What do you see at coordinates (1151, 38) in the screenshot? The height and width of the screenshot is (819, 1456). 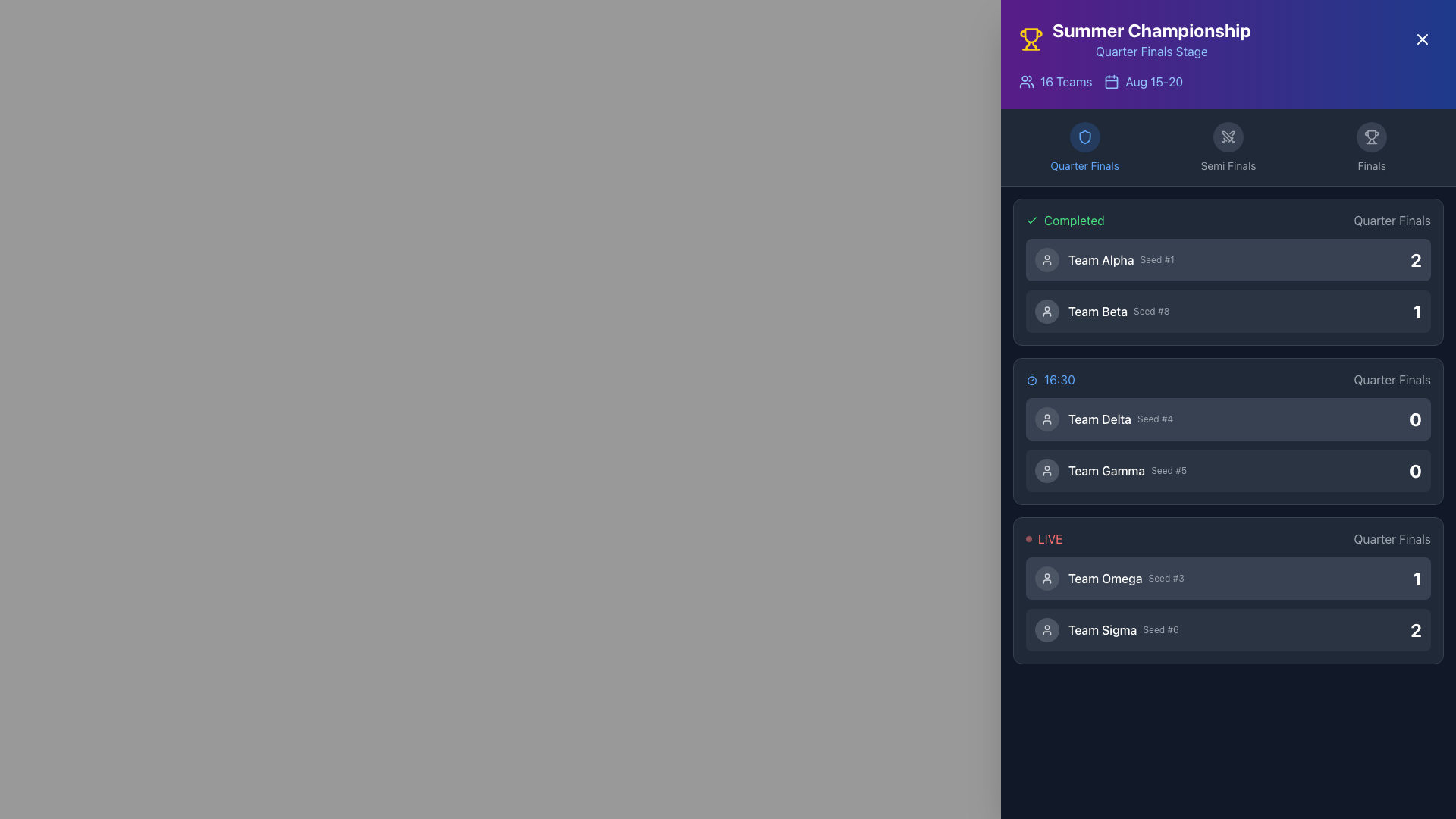 I see `text from the 'Summer Championship' label, which displays 'Summer Championship' in large bold white font and 'Quarter Finals Stage' in smaller light blue font, located in the top section of the interface to the right of a trophy icon` at bounding box center [1151, 38].